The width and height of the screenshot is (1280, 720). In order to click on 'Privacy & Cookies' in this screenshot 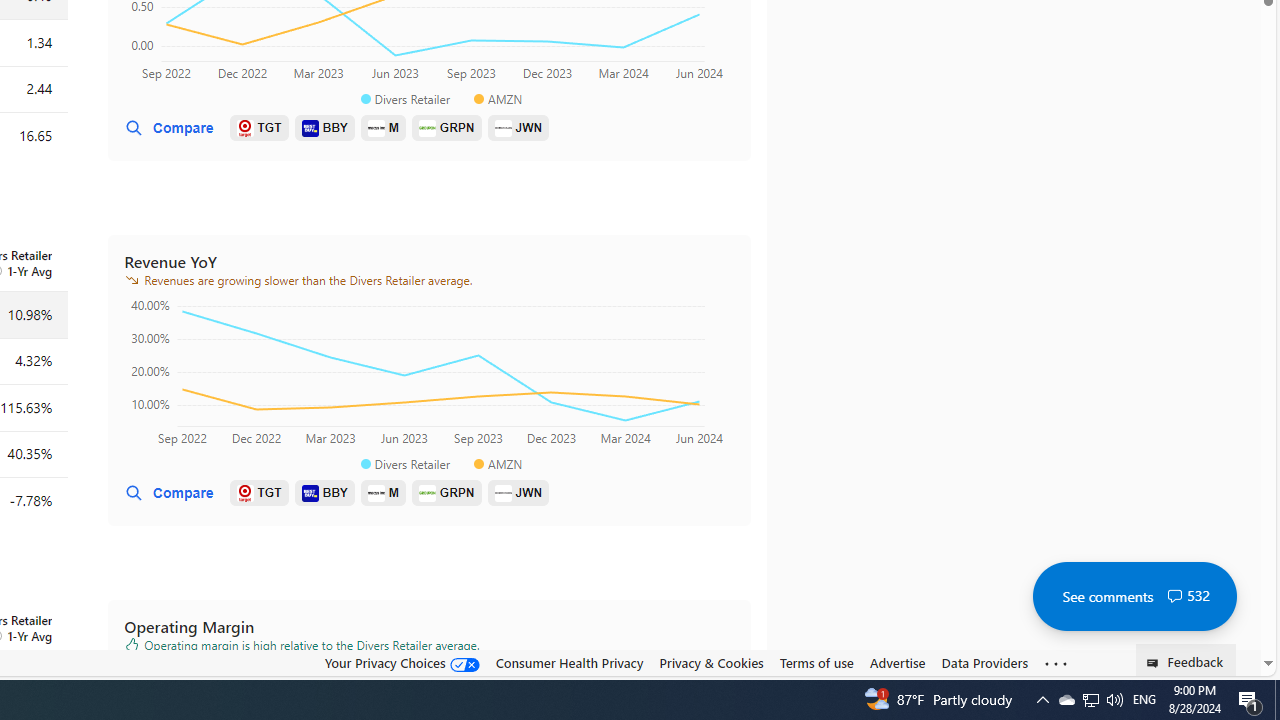, I will do `click(711, 663)`.